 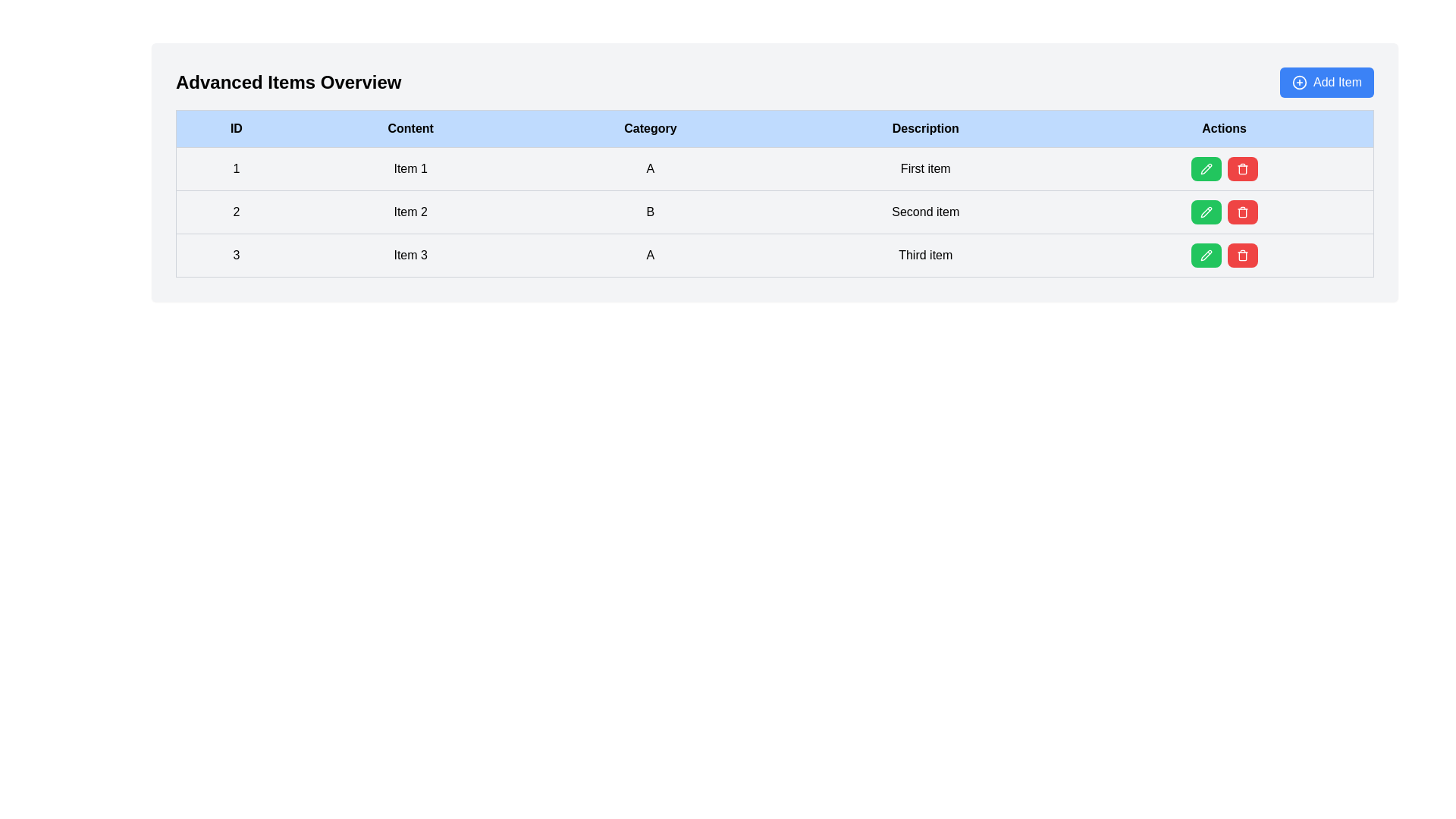 What do you see at coordinates (775, 254) in the screenshot?
I see `the third row in the table` at bounding box center [775, 254].